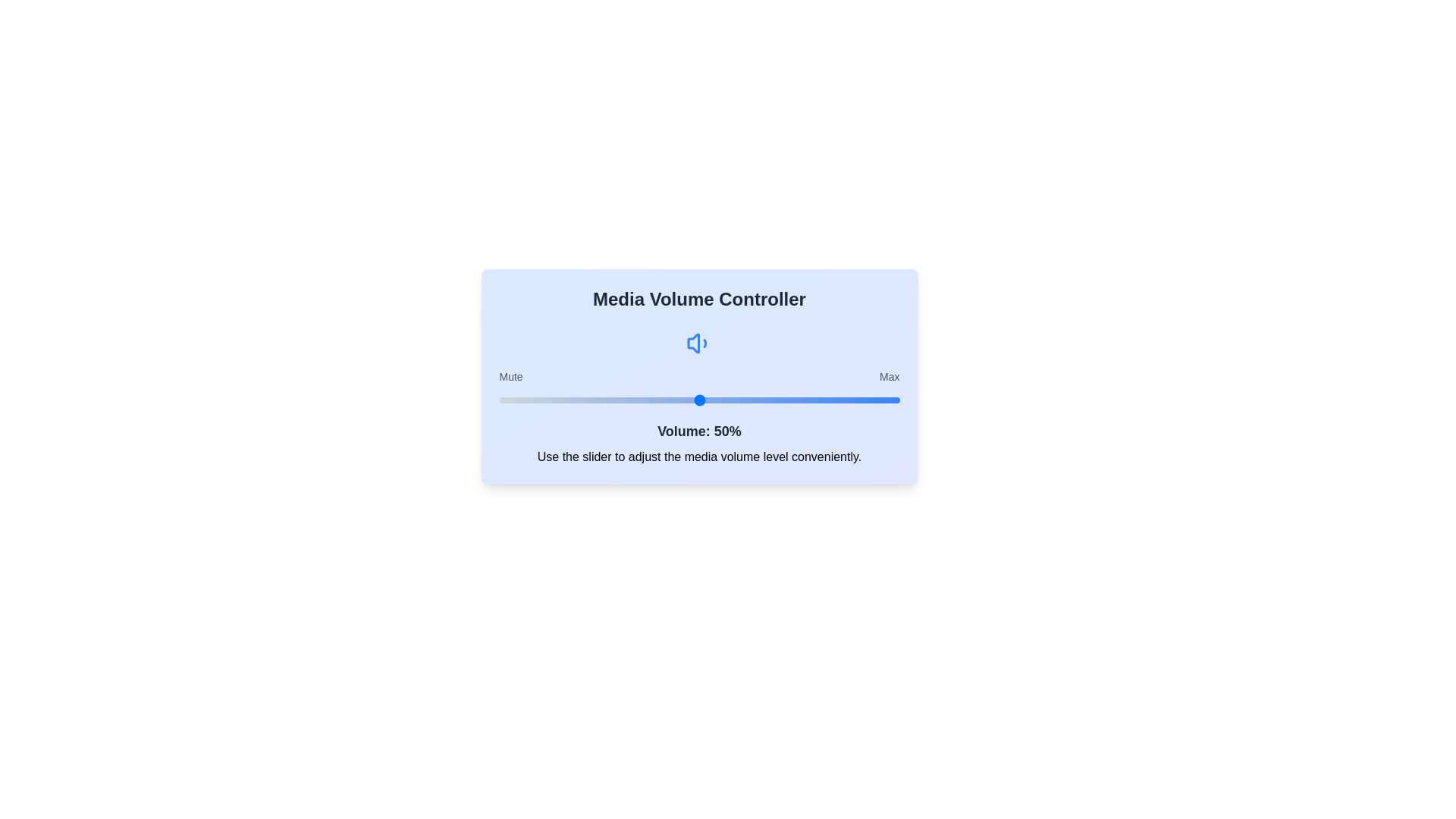 The height and width of the screenshot is (819, 1456). What do you see at coordinates (702, 400) in the screenshot?
I see `the volume to 51% by adjusting the slider` at bounding box center [702, 400].